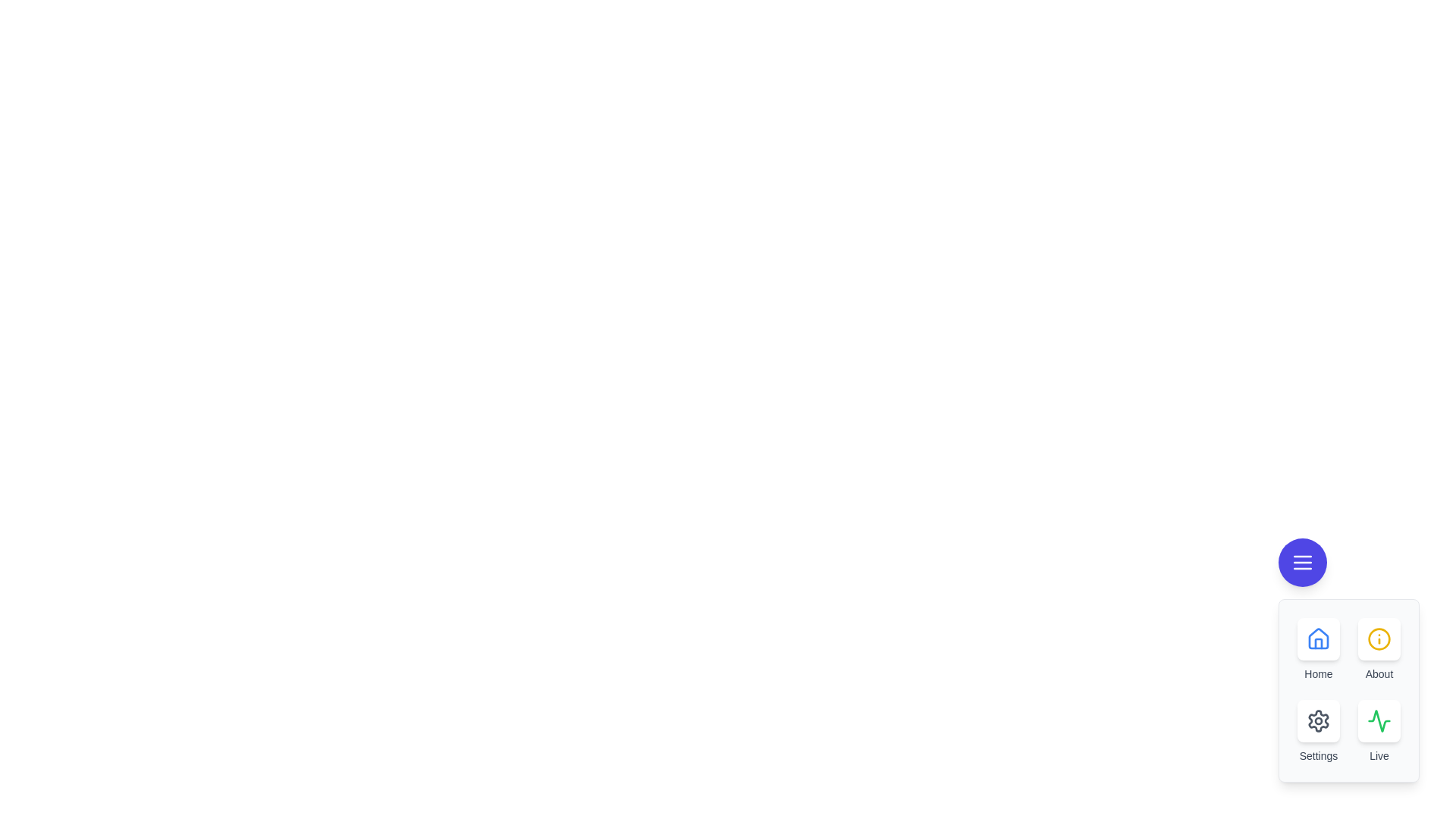  I want to click on the Settings button in the EnhancedSpeedDial component, so click(1317, 720).